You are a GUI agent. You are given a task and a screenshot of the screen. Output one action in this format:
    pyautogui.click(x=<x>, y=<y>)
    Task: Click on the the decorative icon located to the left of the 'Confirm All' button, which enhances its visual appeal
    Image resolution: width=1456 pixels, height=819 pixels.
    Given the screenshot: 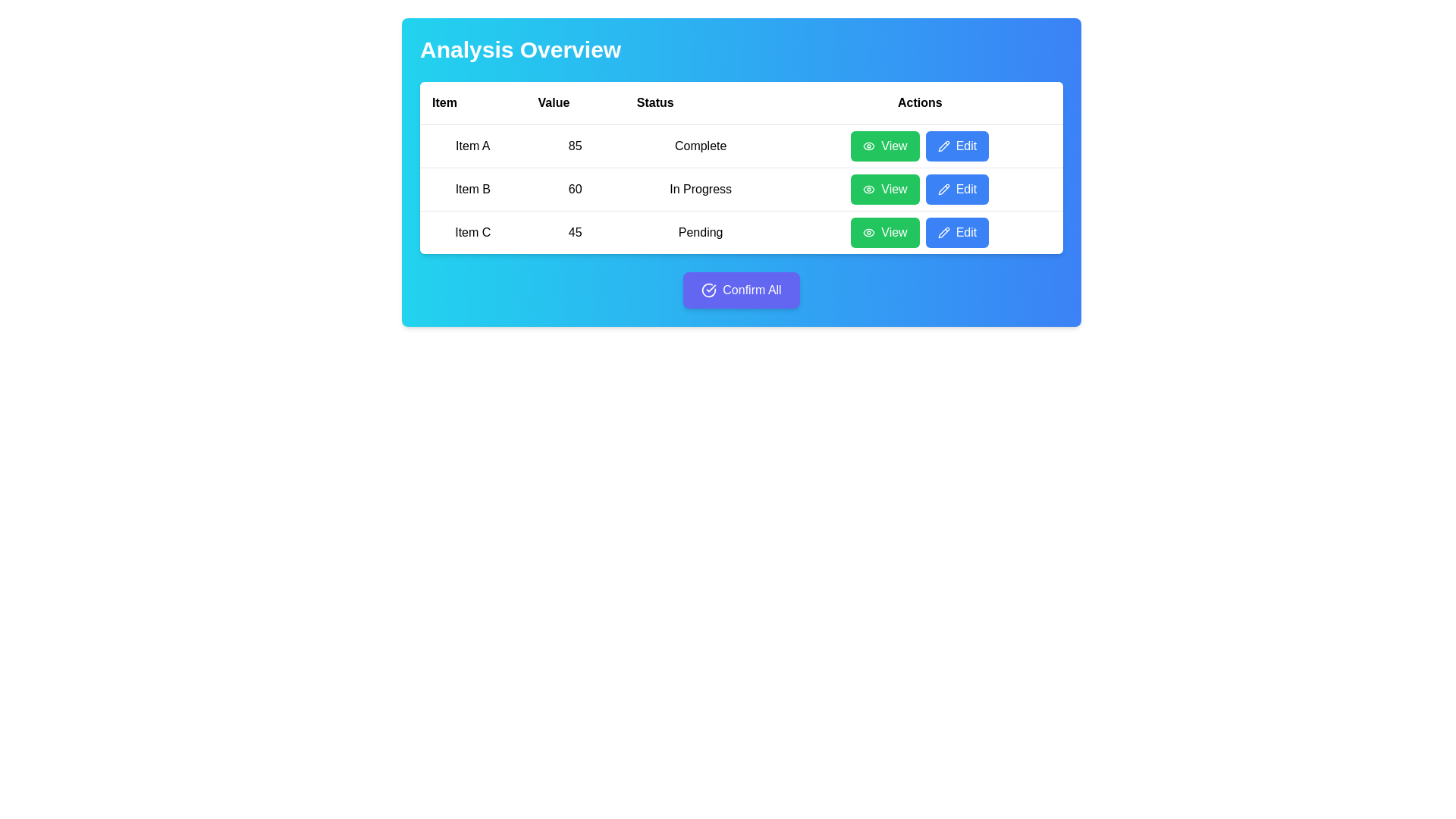 What is the action you would take?
    pyautogui.click(x=708, y=290)
    